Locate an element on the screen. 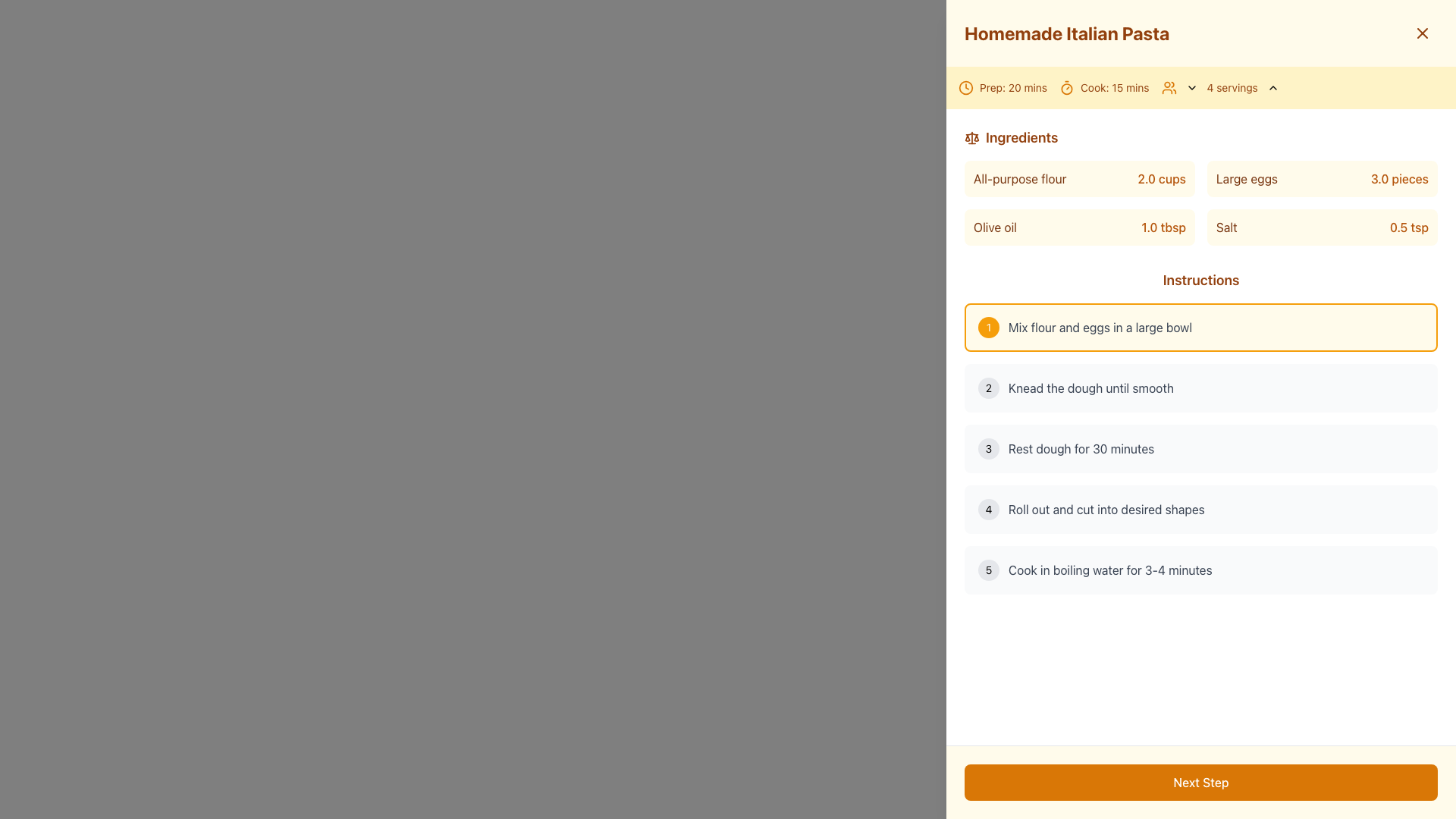 The width and height of the screenshot is (1456, 819). the Text label displaying the number of servings for the recipe, located near the top of the interface to the right of a person icon is located at coordinates (1232, 87).